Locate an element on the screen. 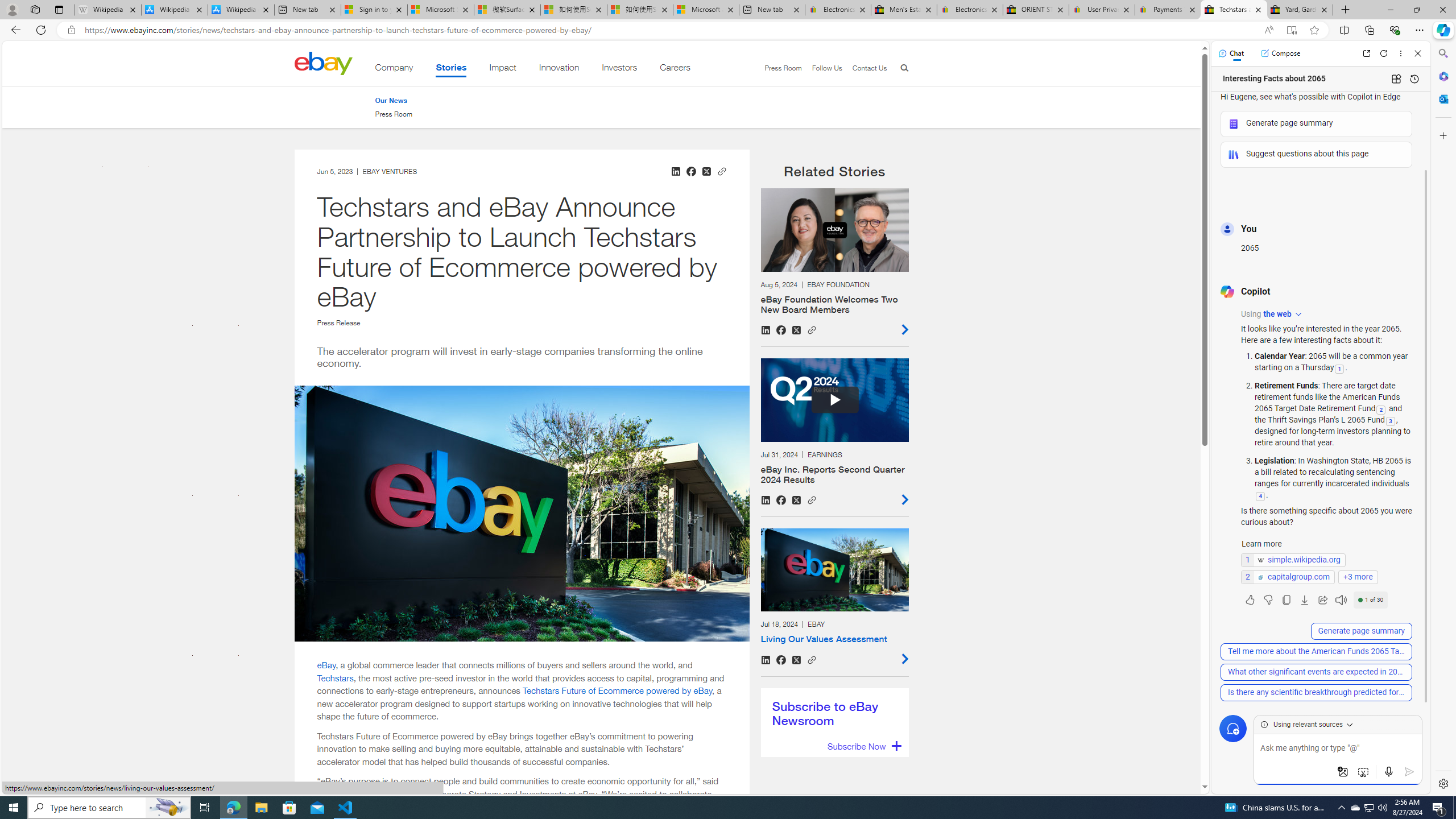 The image size is (1456, 819). 'Investors' is located at coordinates (619, 69).